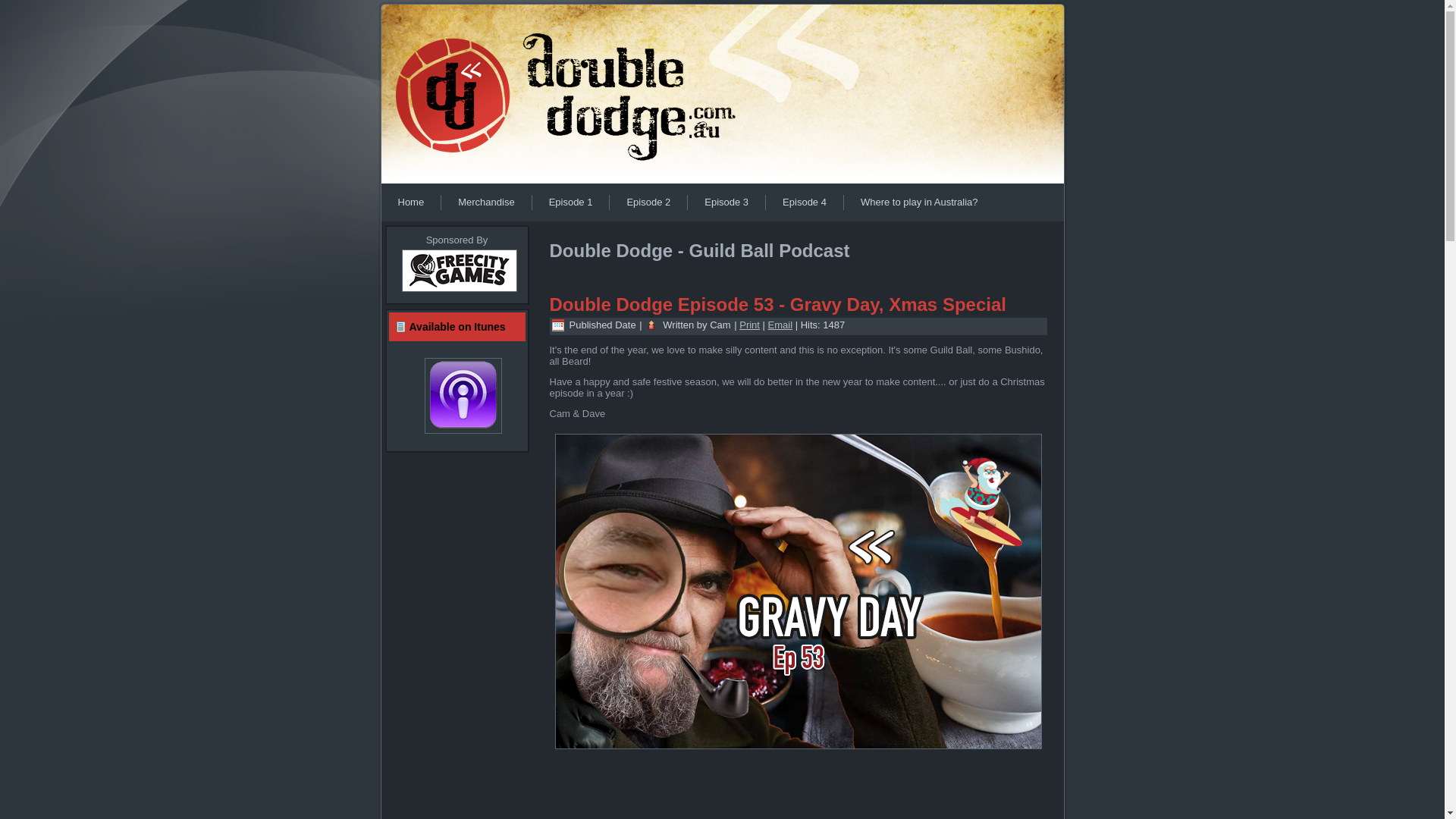 The width and height of the screenshot is (1456, 819). What do you see at coordinates (381, 201) in the screenshot?
I see `'Home'` at bounding box center [381, 201].